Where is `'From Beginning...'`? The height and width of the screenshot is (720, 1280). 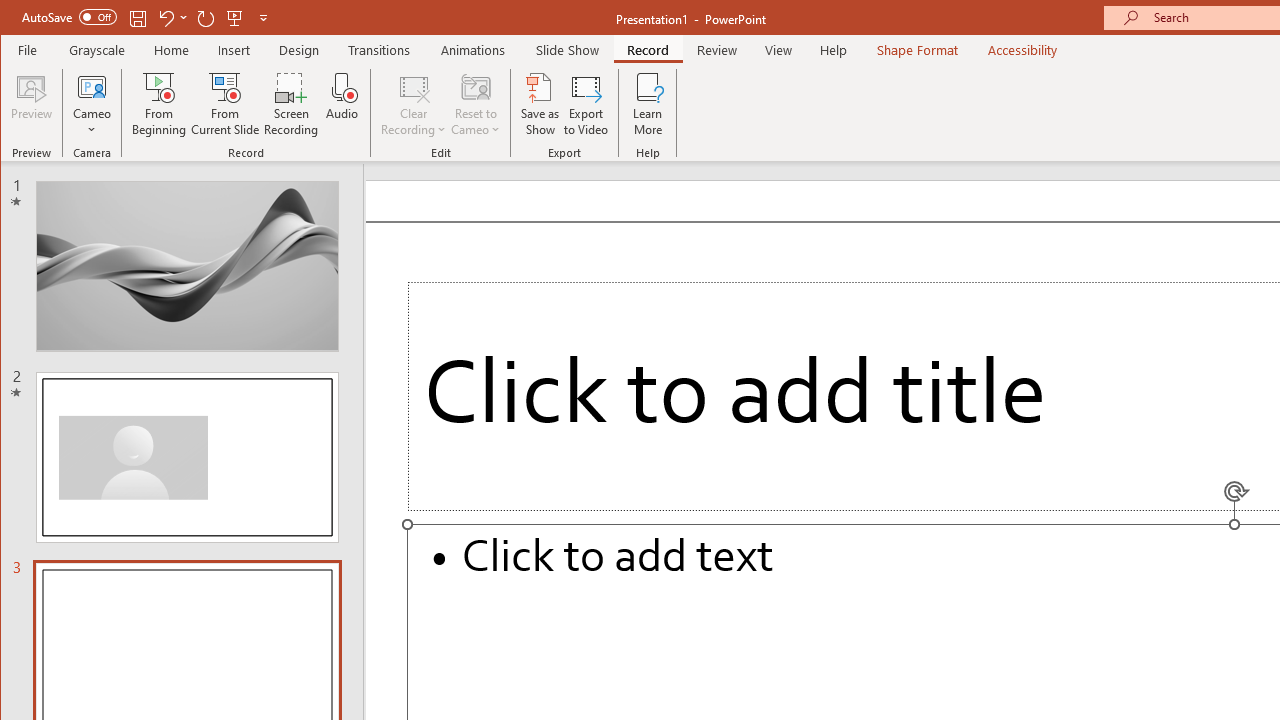
'From Beginning...' is located at coordinates (160, 104).